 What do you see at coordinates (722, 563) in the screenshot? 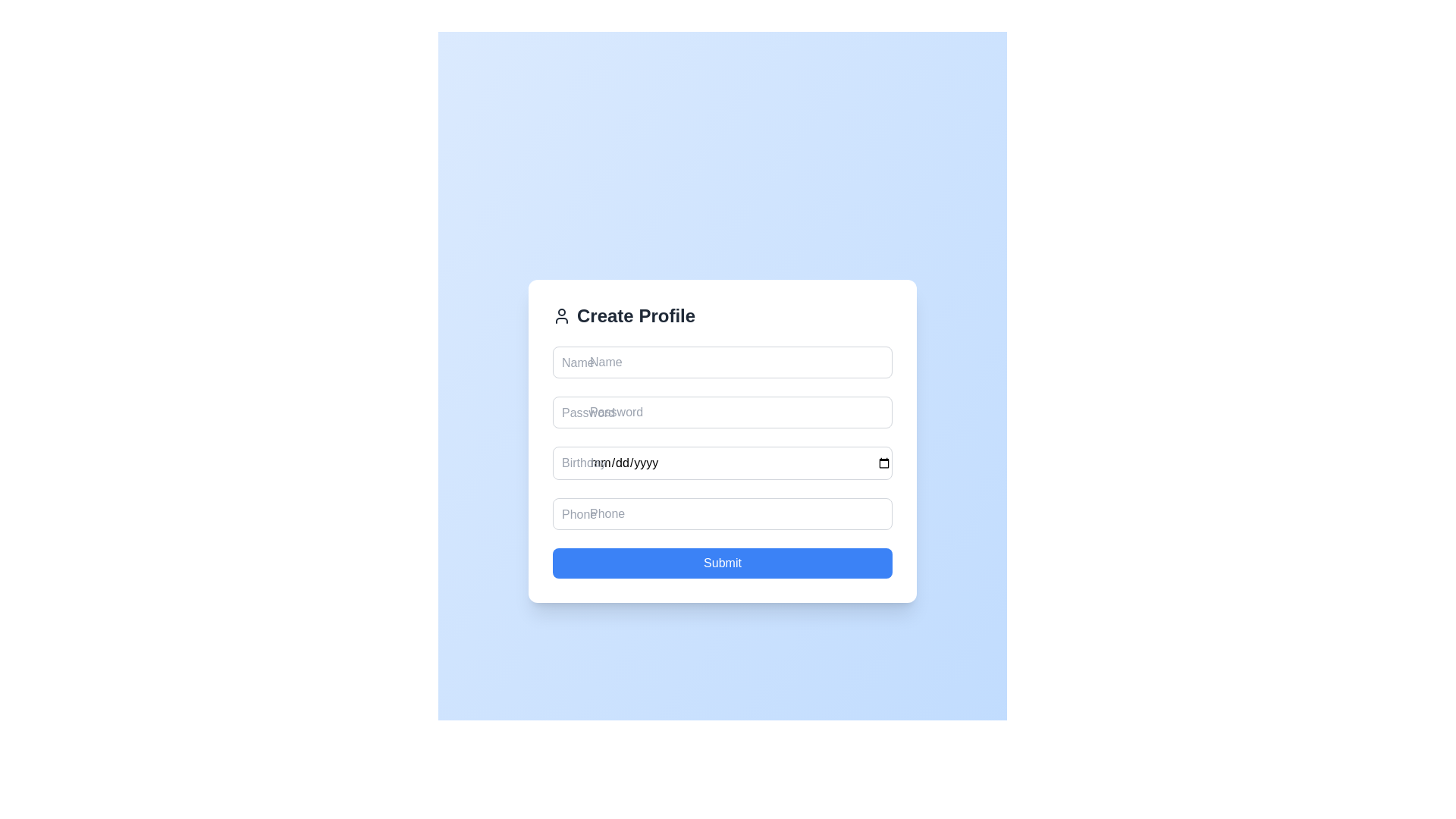
I see `the 'Submit' button with a blue background and white text located at the bottom of the 'Create Profile' form` at bounding box center [722, 563].